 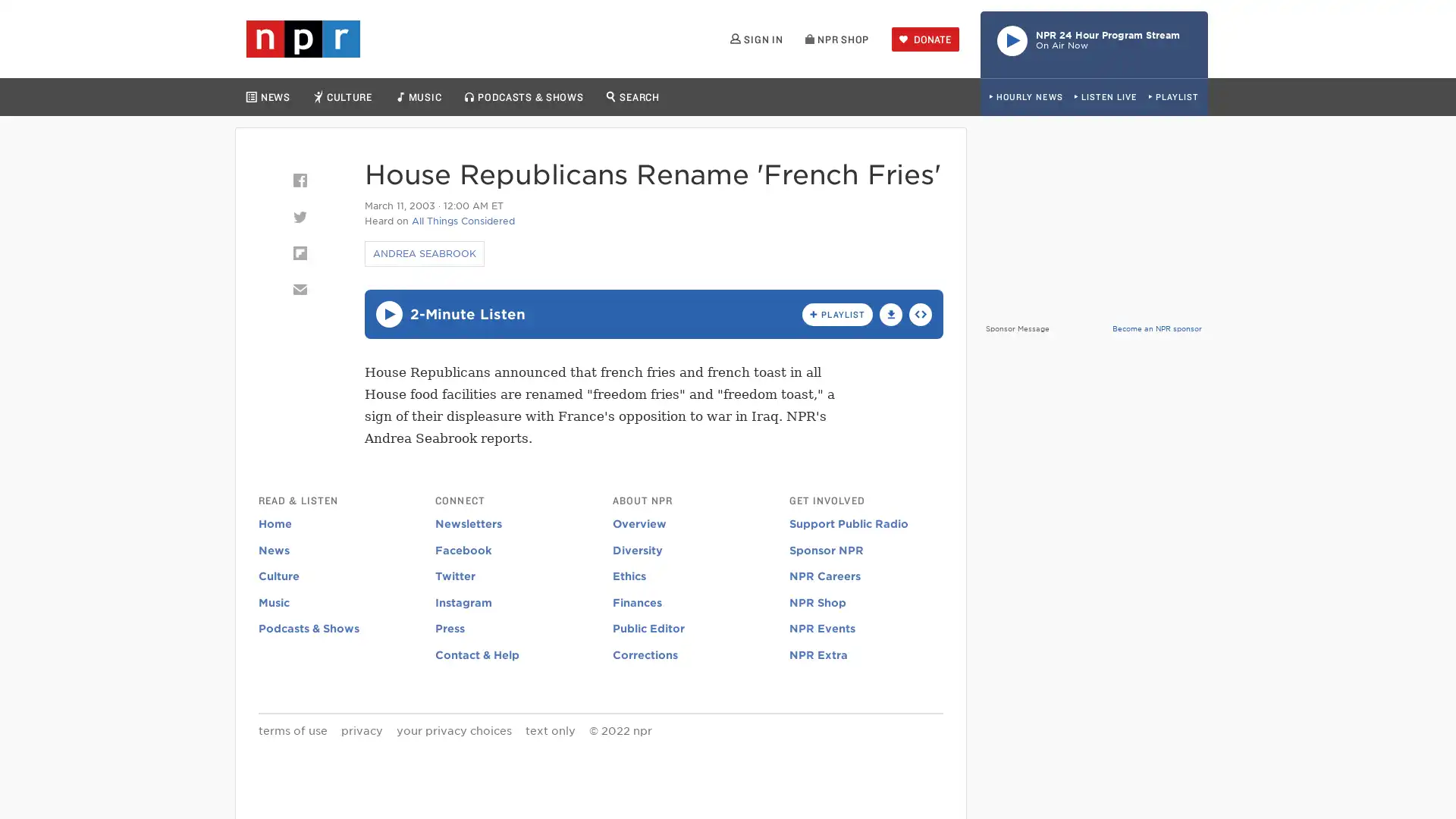 I want to click on PLAYLIST, so click(x=1172, y=97).